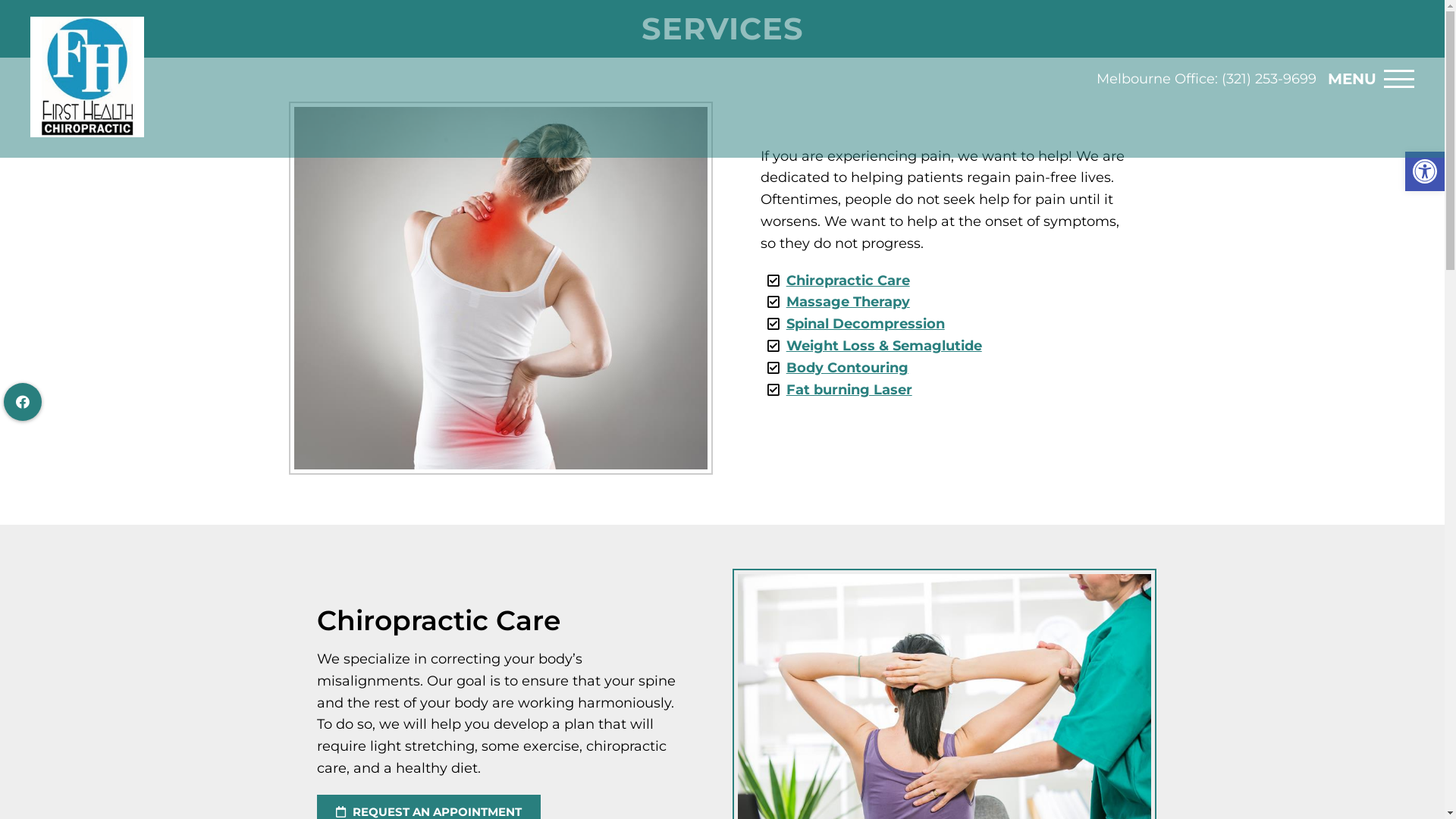  Describe the element at coordinates (847, 301) in the screenshot. I see `'Massage Therapy'` at that location.